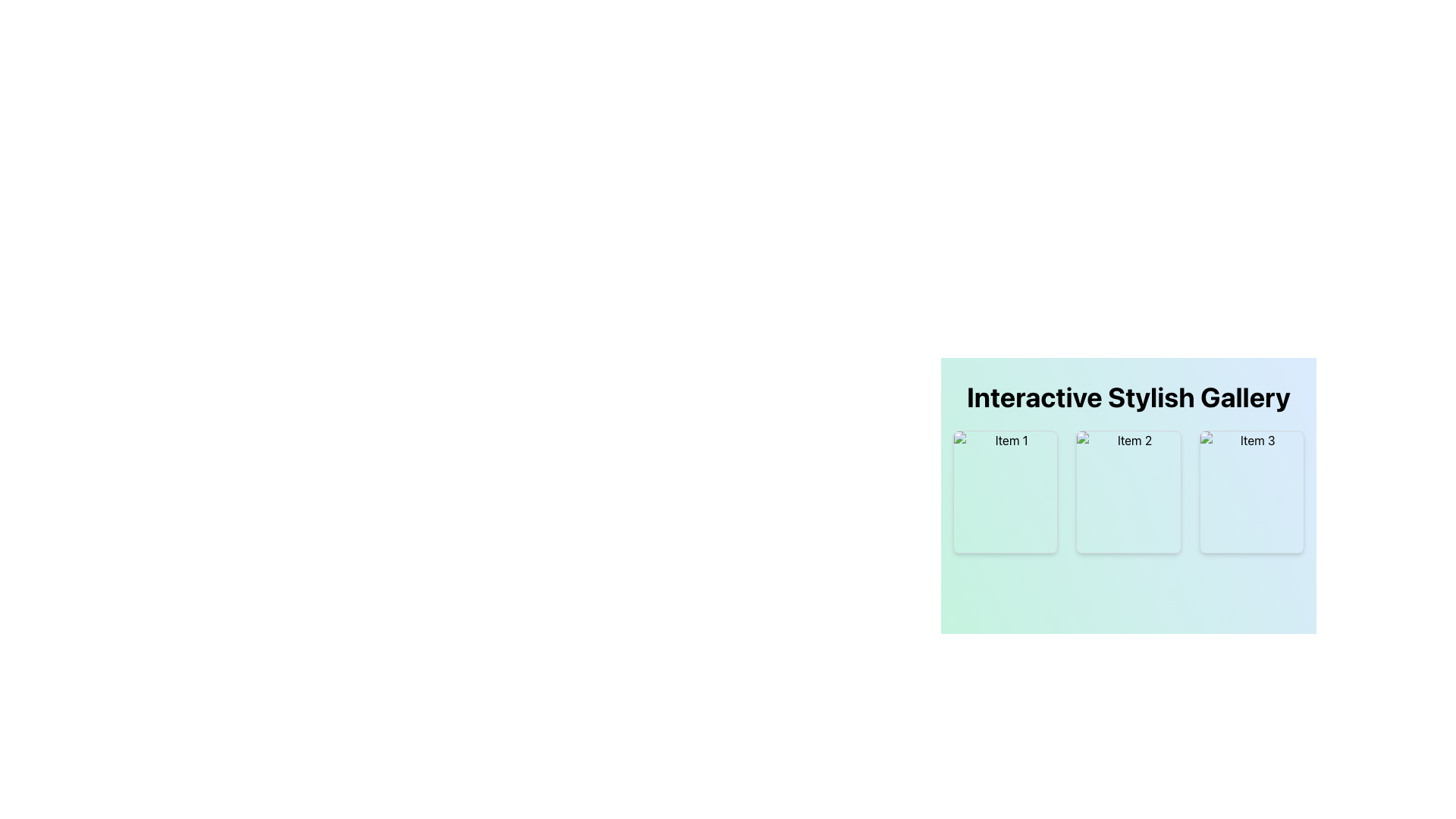 The height and width of the screenshot is (819, 1456). I want to click on the second card component in the gallery layout, so click(1128, 491).